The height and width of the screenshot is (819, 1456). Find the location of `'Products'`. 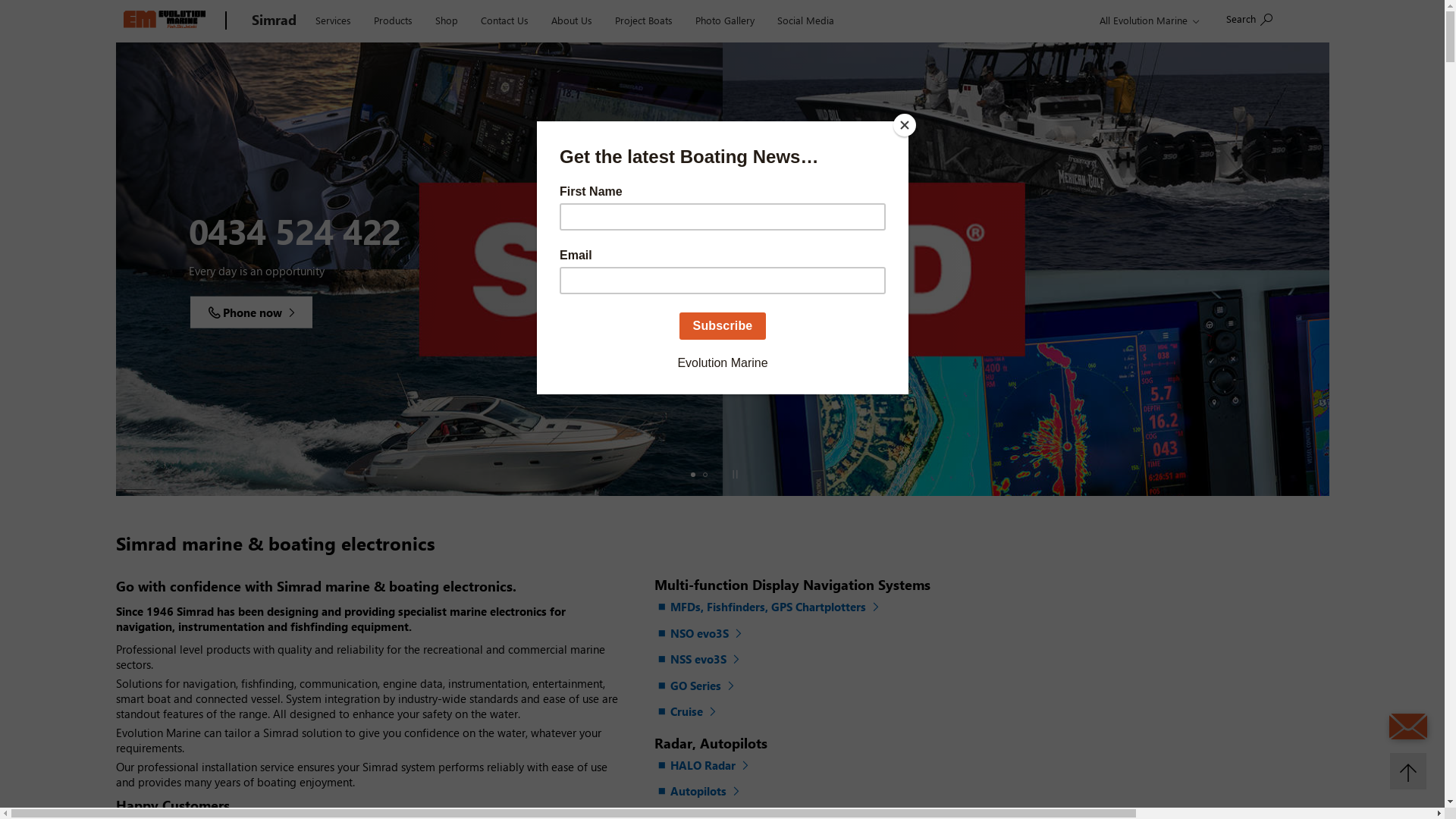

'Products' is located at coordinates (393, 18).